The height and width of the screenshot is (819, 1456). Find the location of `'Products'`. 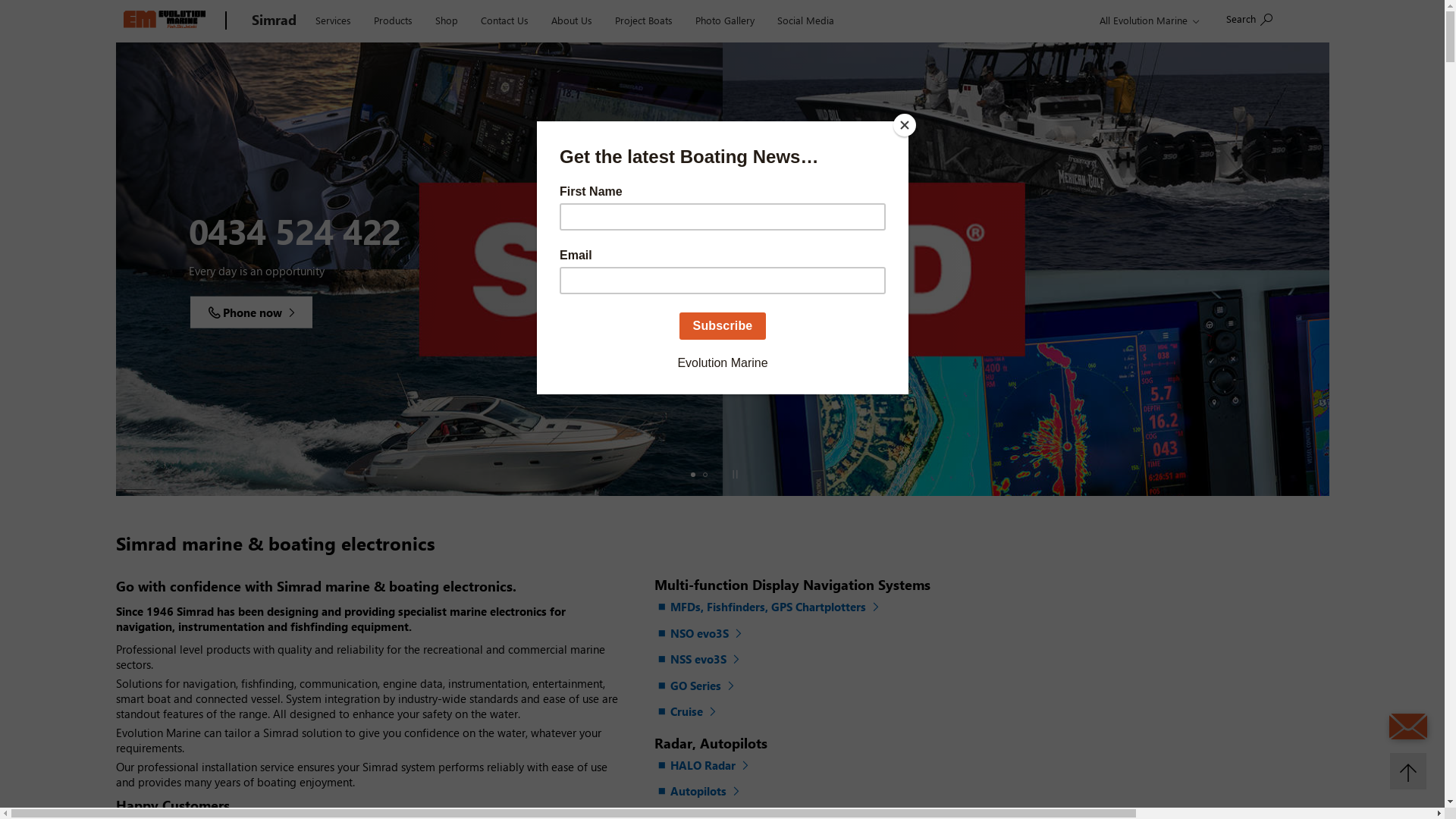

'Products' is located at coordinates (393, 18).